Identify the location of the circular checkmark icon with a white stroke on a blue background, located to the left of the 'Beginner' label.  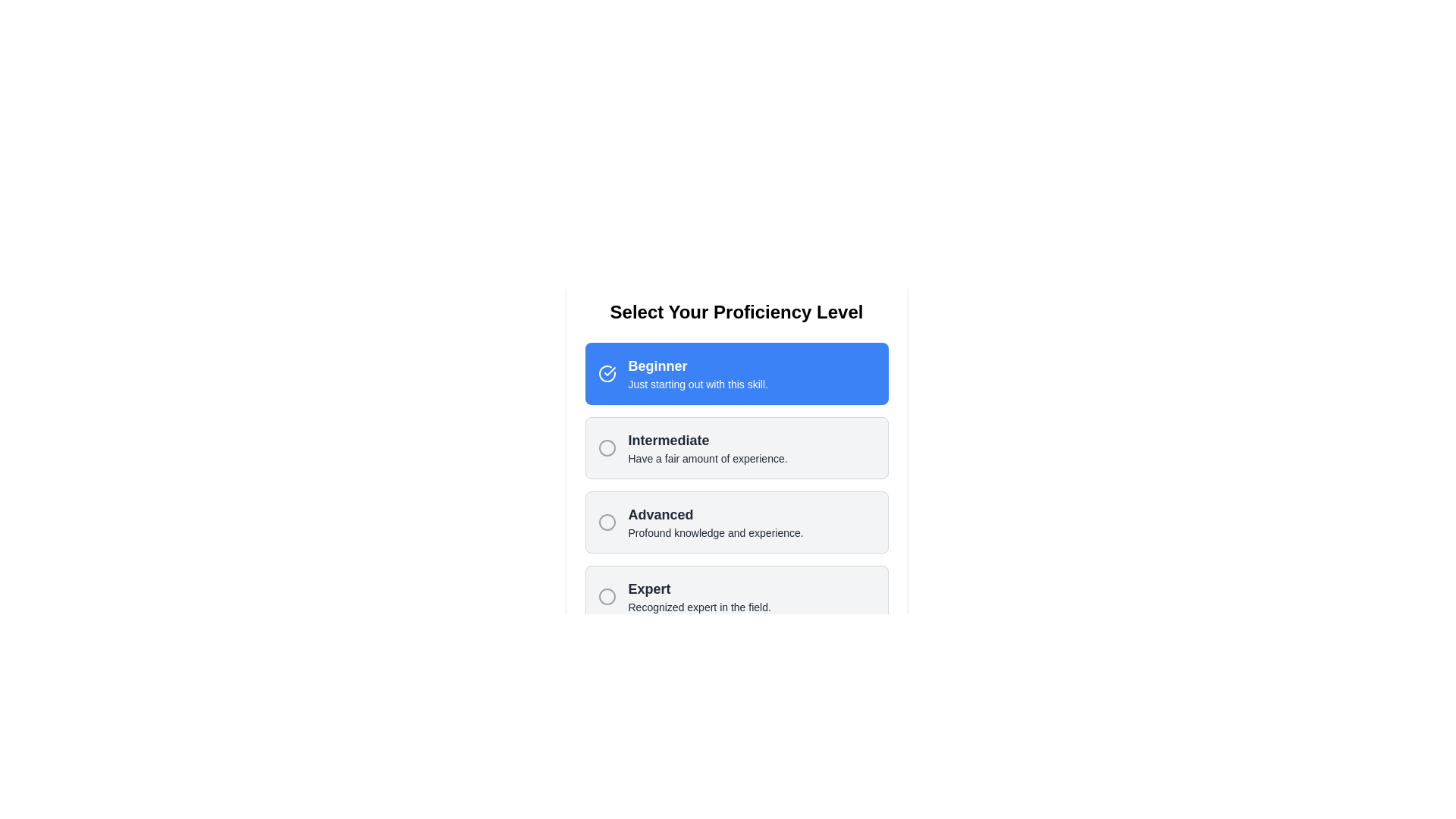
(607, 374).